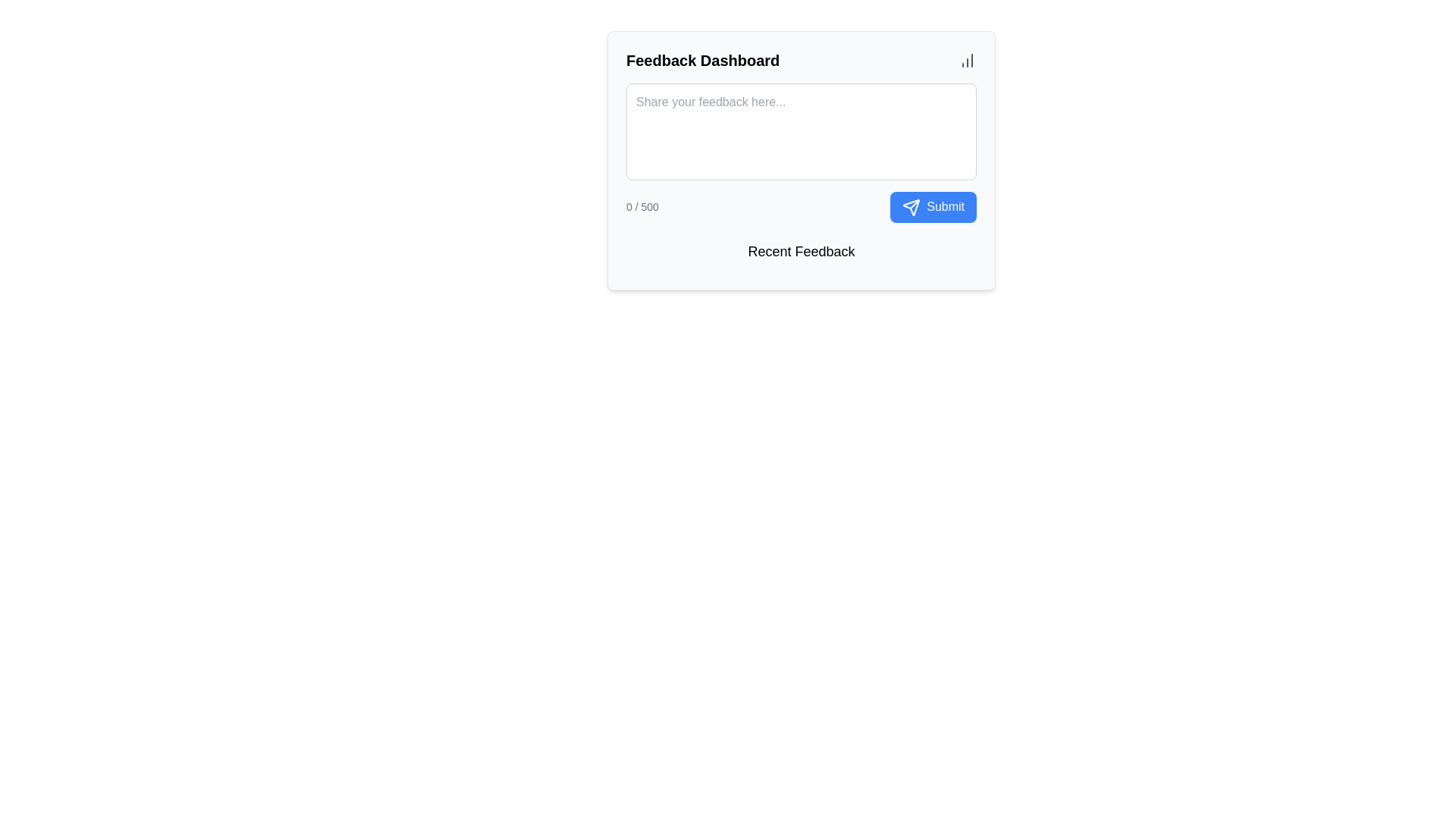  Describe the element at coordinates (967, 60) in the screenshot. I see `the icon button located at the top-right corner of the 'Feedback Dashboard' section` at that location.